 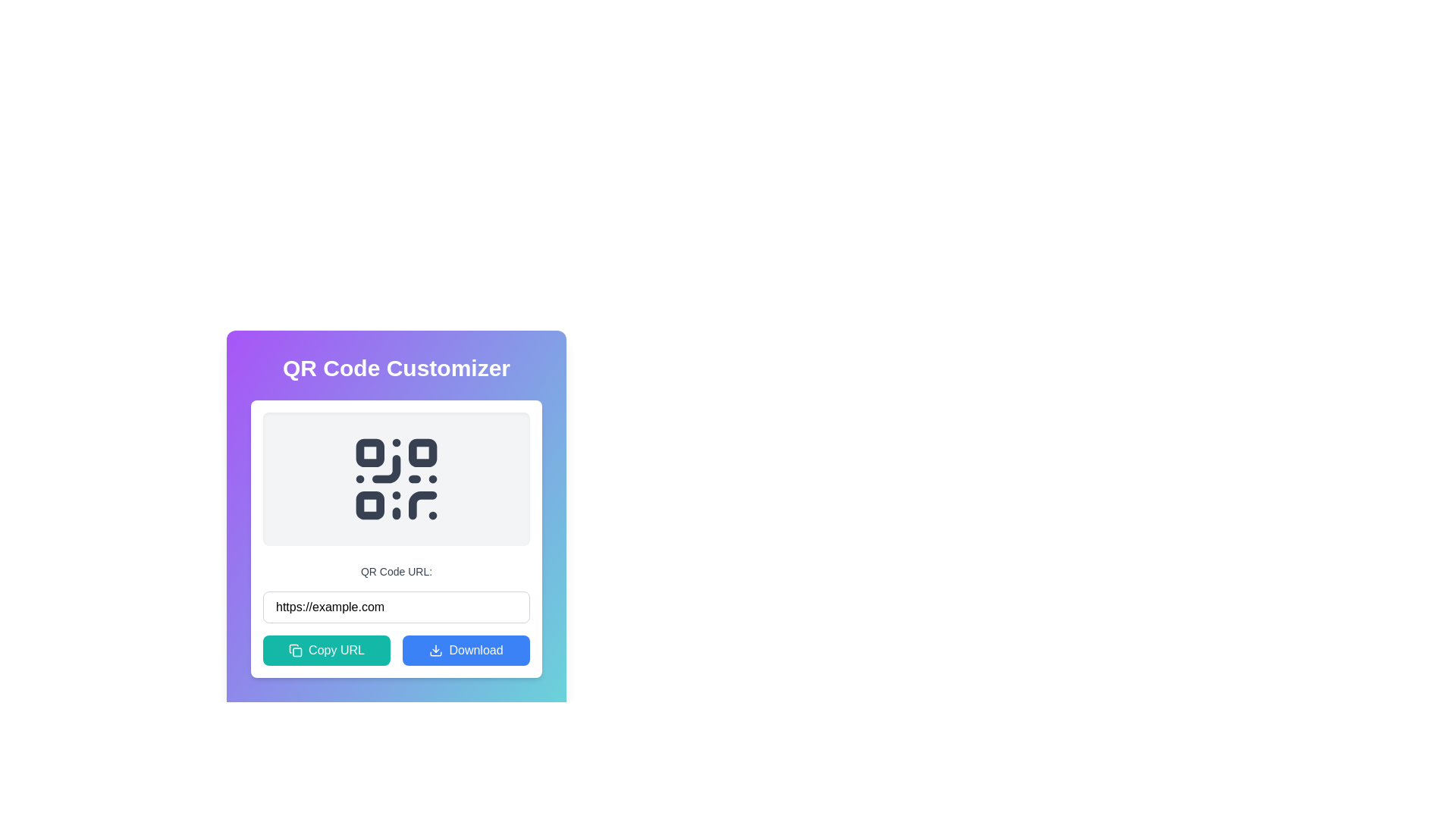 What do you see at coordinates (397, 649) in the screenshot?
I see `the grouped dual-action toolbar consisting of 'Copy URL' and 'Download' buttons` at bounding box center [397, 649].